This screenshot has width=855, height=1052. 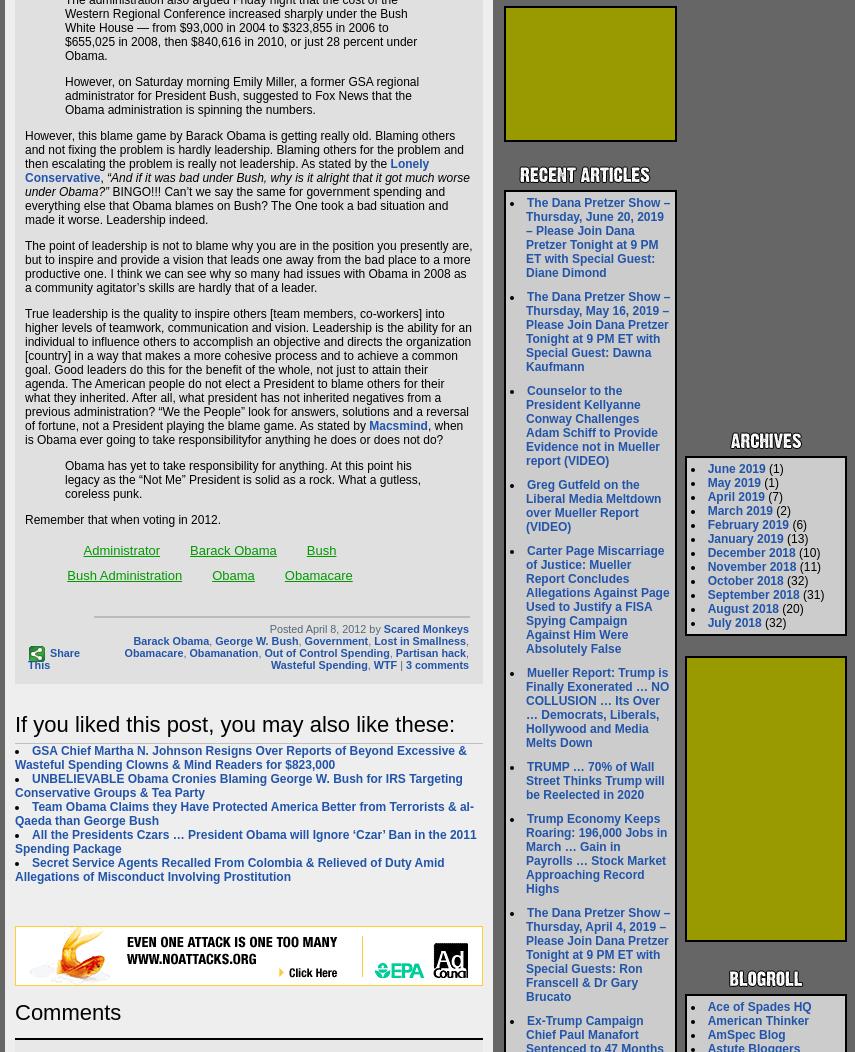 What do you see at coordinates (243, 814) in the screenshot?
I see `'Team Obama Claims they Have Protected America Better from Terrorists & al-Qaeda  than George Bush'` at bounding box center [243, 814].